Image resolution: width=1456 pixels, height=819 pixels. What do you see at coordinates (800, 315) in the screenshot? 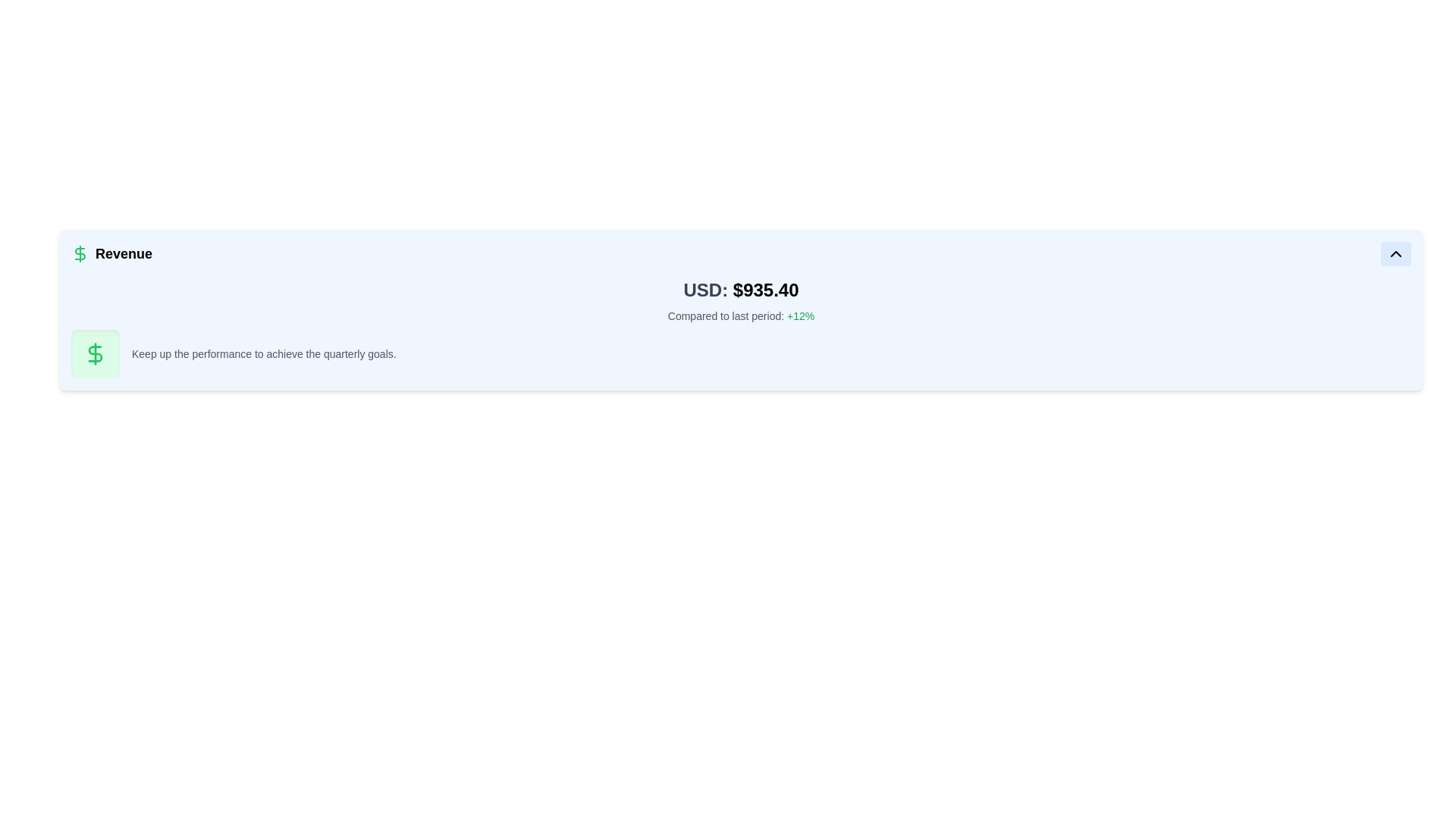
I see `the green percentage text '+12%' which is part of the sentence 'Compared to last period: +12%', located below the heading 'USD: $935.40'` at bounding box center [800, 315].